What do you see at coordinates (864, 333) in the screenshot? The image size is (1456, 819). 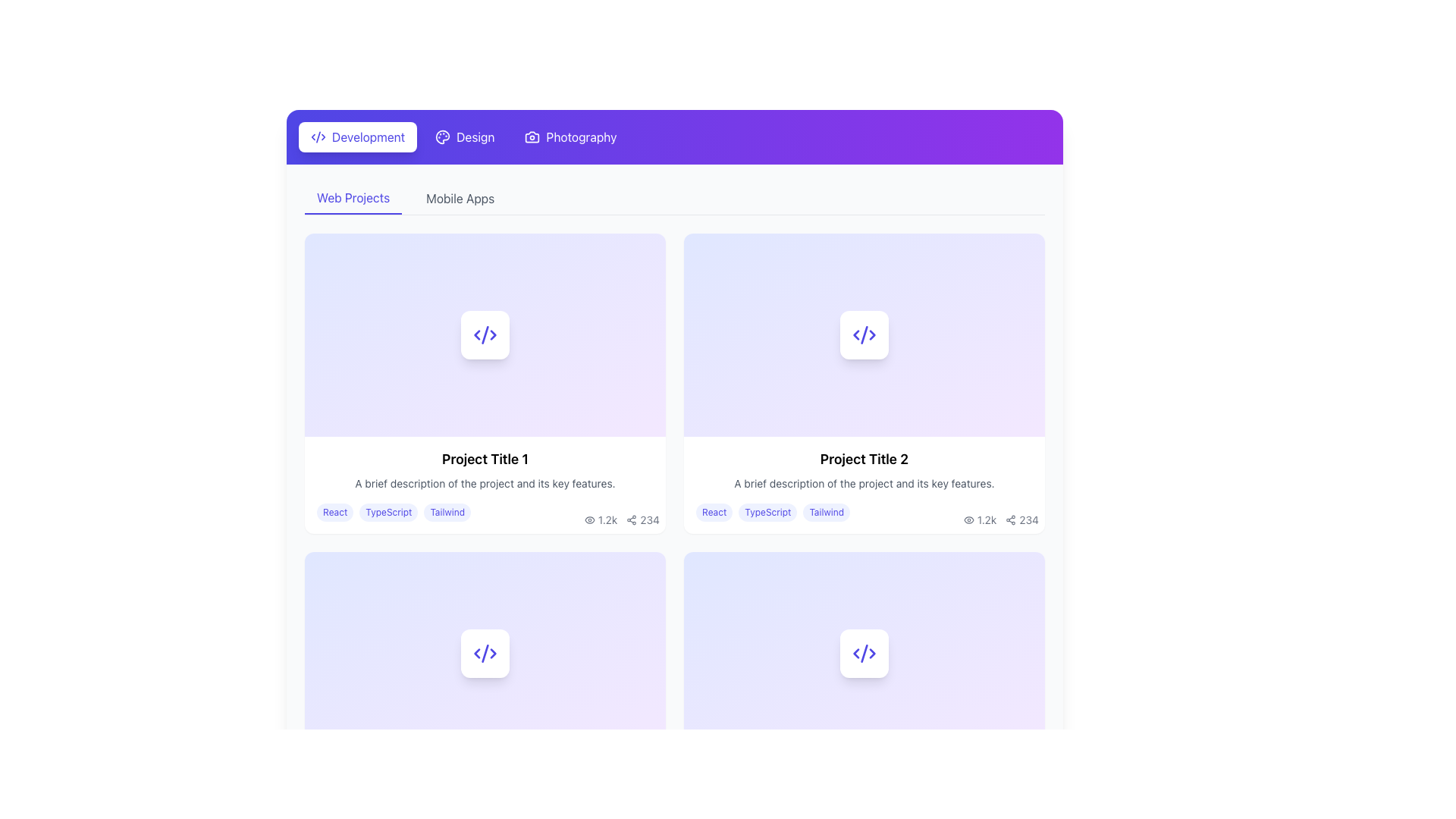 I see `the icon representing the programming project located at the center of the highlighted card labeled 'Project Title 2' in the top-right quadrant of the grid layout` at bounding box center [864, 333].